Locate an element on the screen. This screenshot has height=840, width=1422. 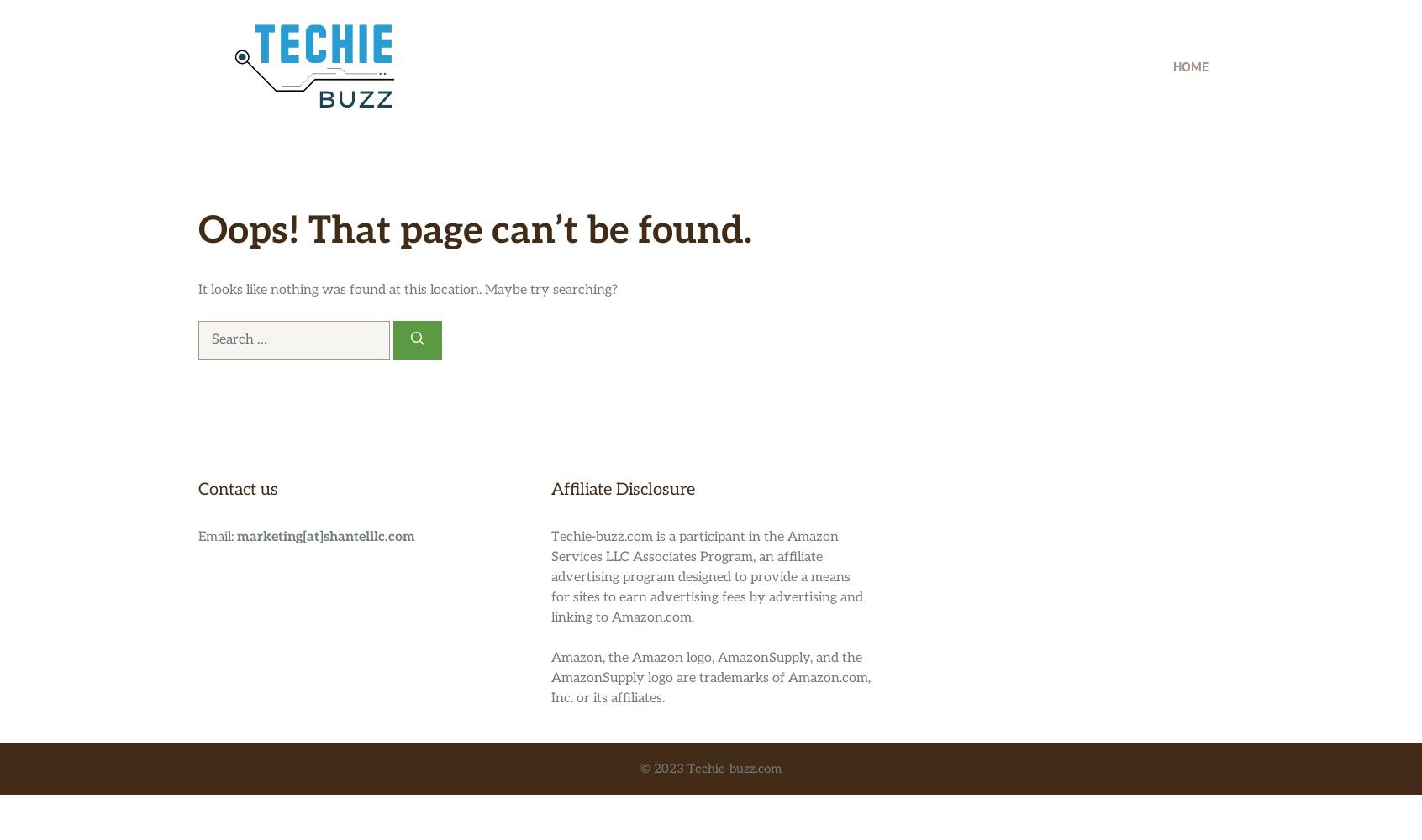
'It looks like nothing was found at this location. Maybe try searching?' is located at coordinates (407, 288).